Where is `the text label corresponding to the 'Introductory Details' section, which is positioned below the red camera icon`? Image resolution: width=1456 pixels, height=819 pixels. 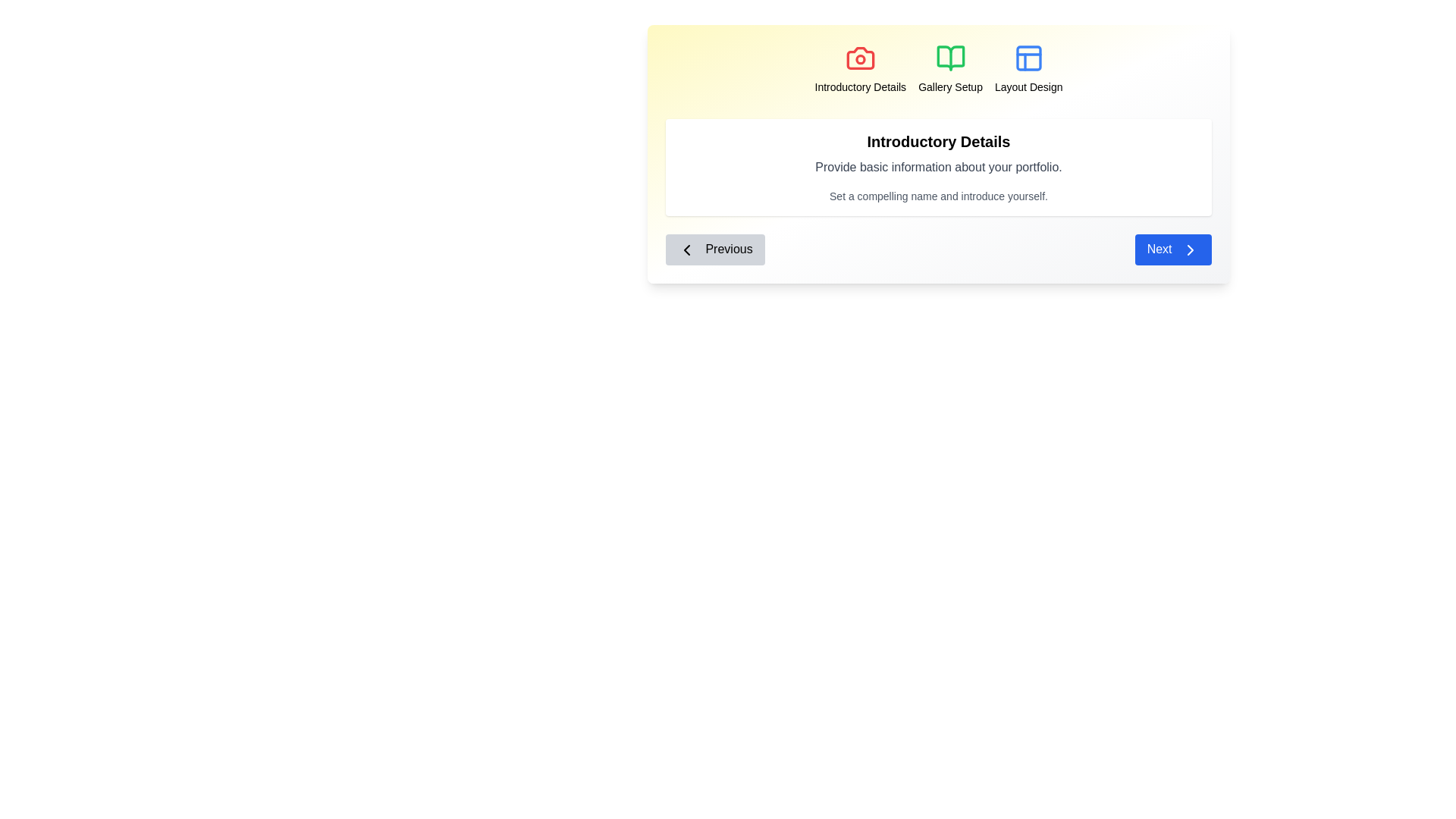 the text label corresponding to the 'Introductory Details' section, which is positioned below the red camera icon is located at coordinates (860, 87).